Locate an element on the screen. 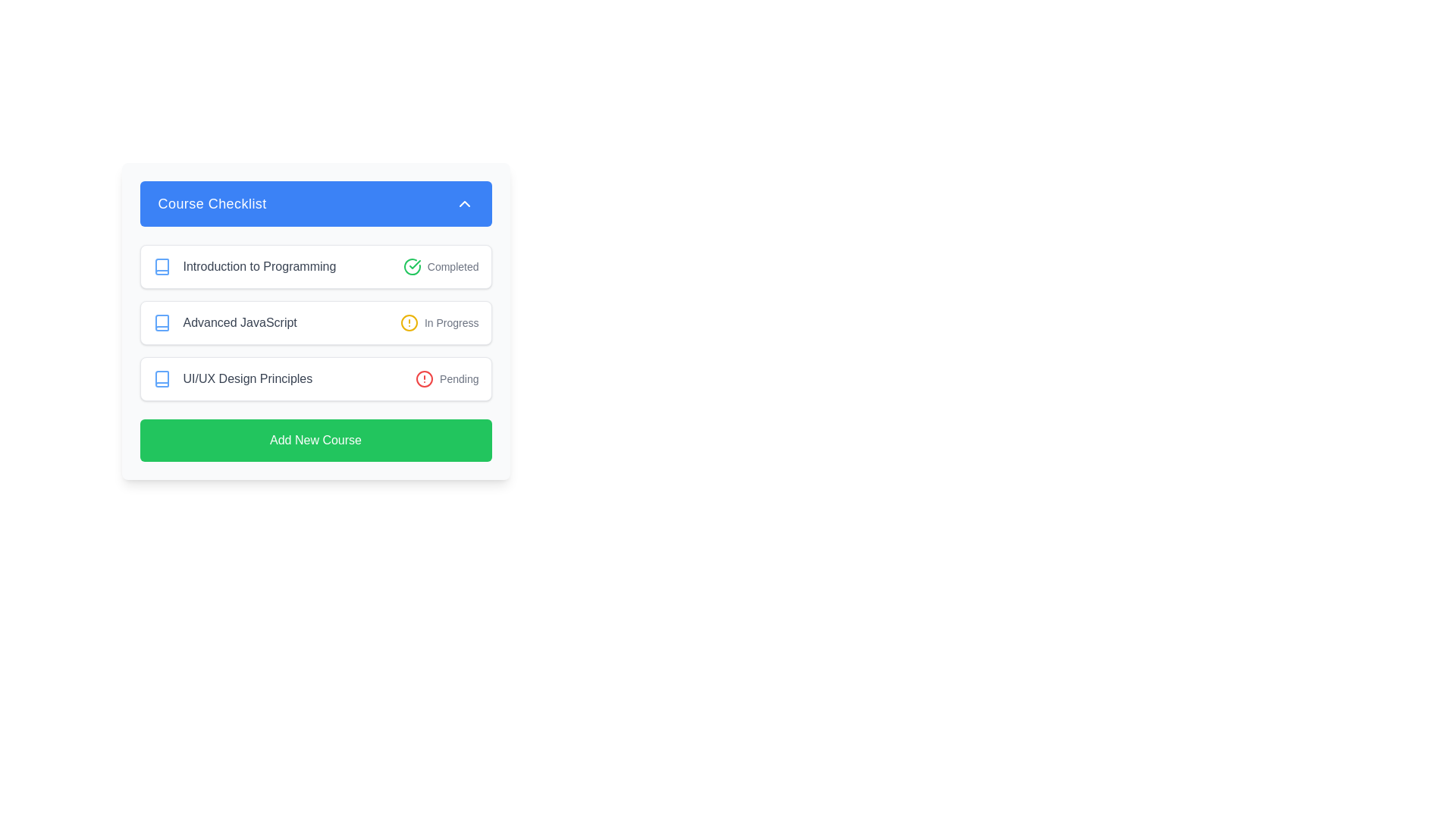 This screenshot has height=819, width=1456. the status information associated with the completion icon for the course 'Introduction to Programming', located in the right section of the first row is located at coordinates (440, 265).